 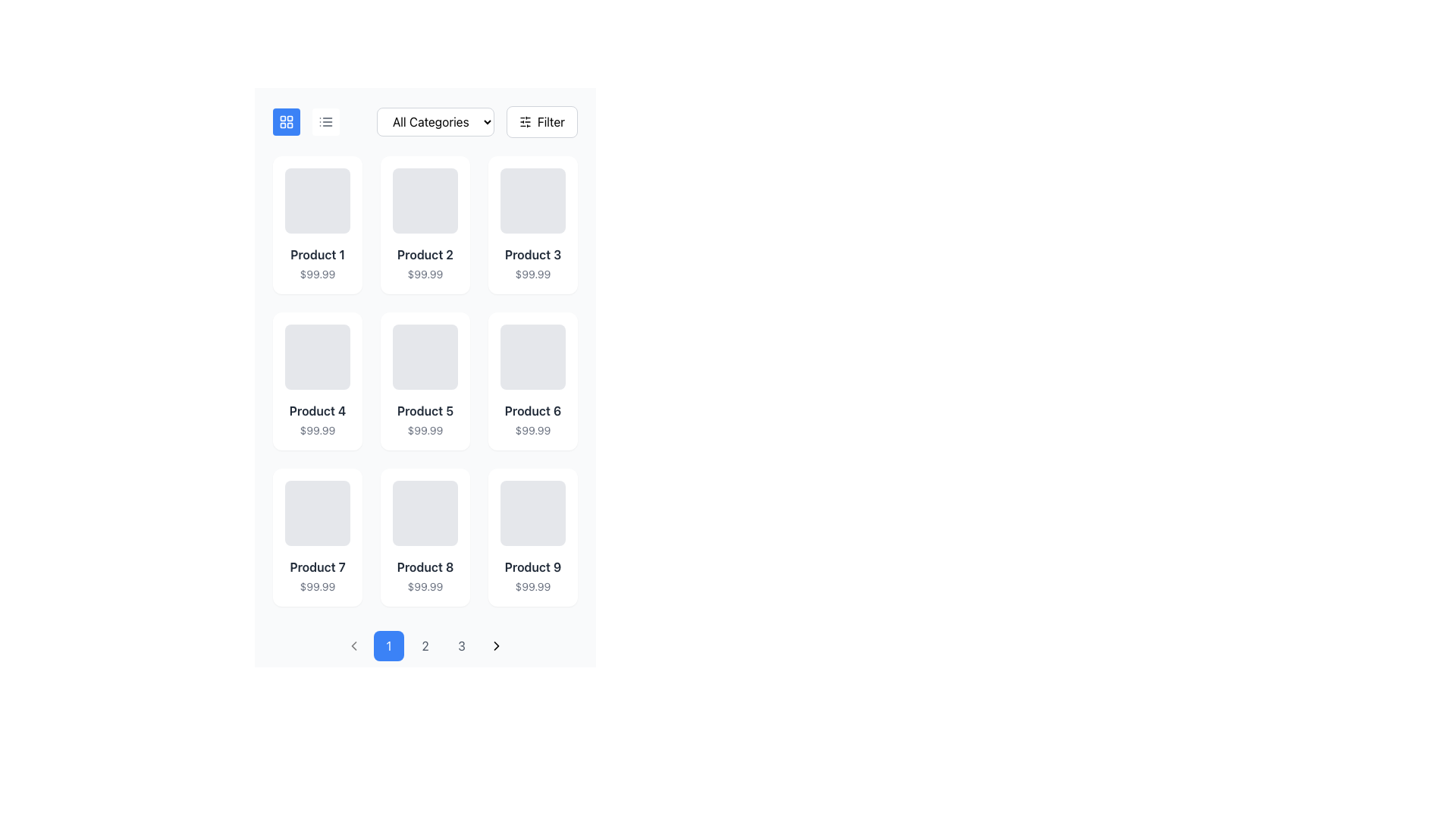 What do you see at coordinates (353, 646) in the screenshot?
I see `the gray chevron-left icon located at the bottom left section of the interface` at bounding box center [353, 646].